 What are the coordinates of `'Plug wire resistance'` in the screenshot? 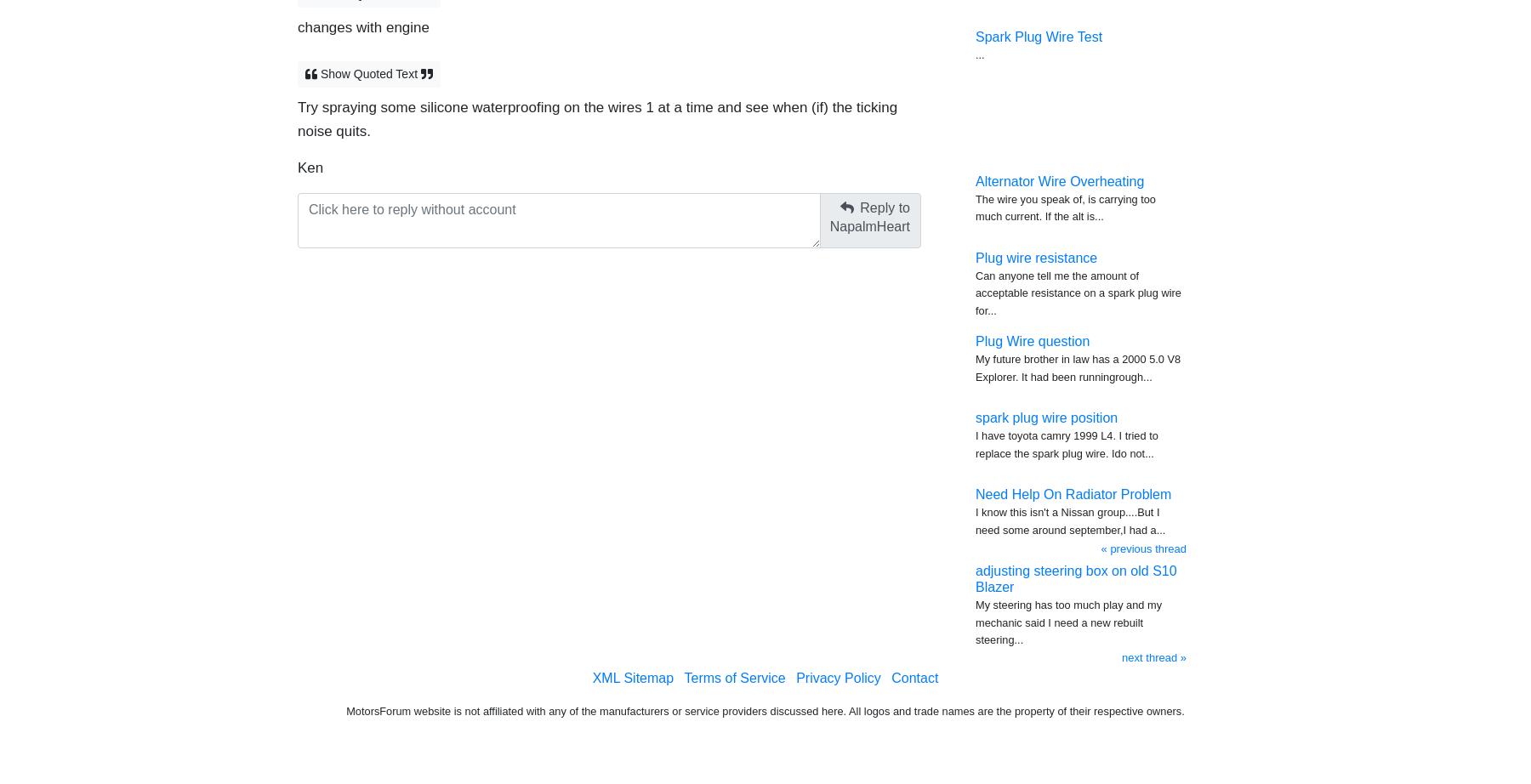 It's located at (1035, 256).